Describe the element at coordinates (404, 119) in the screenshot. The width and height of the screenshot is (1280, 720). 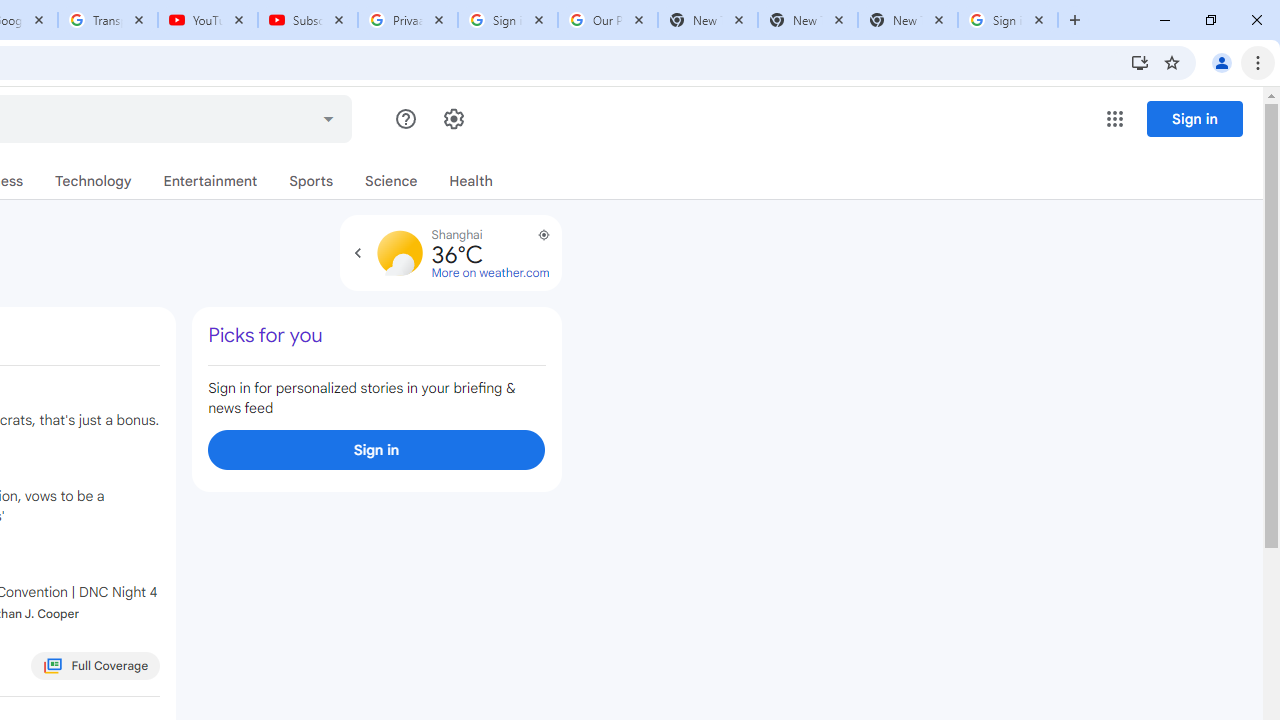
I see `'Help'` at that location.